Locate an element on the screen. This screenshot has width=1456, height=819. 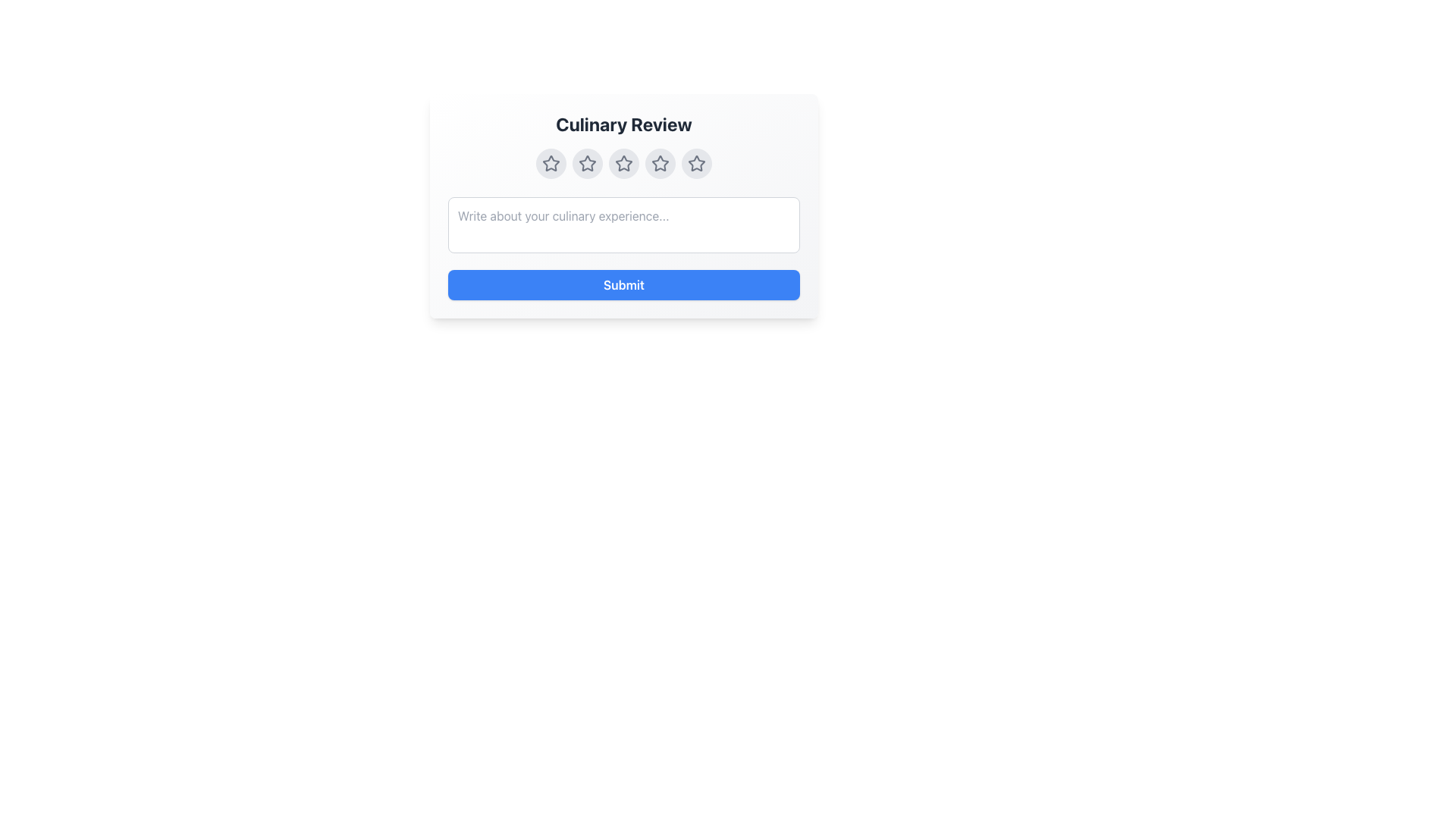
the 'Submit' button with a vibrant blue background and white bold text, located at the bottom of the 'Culinary Review' form is located at coordinates (623, 284).